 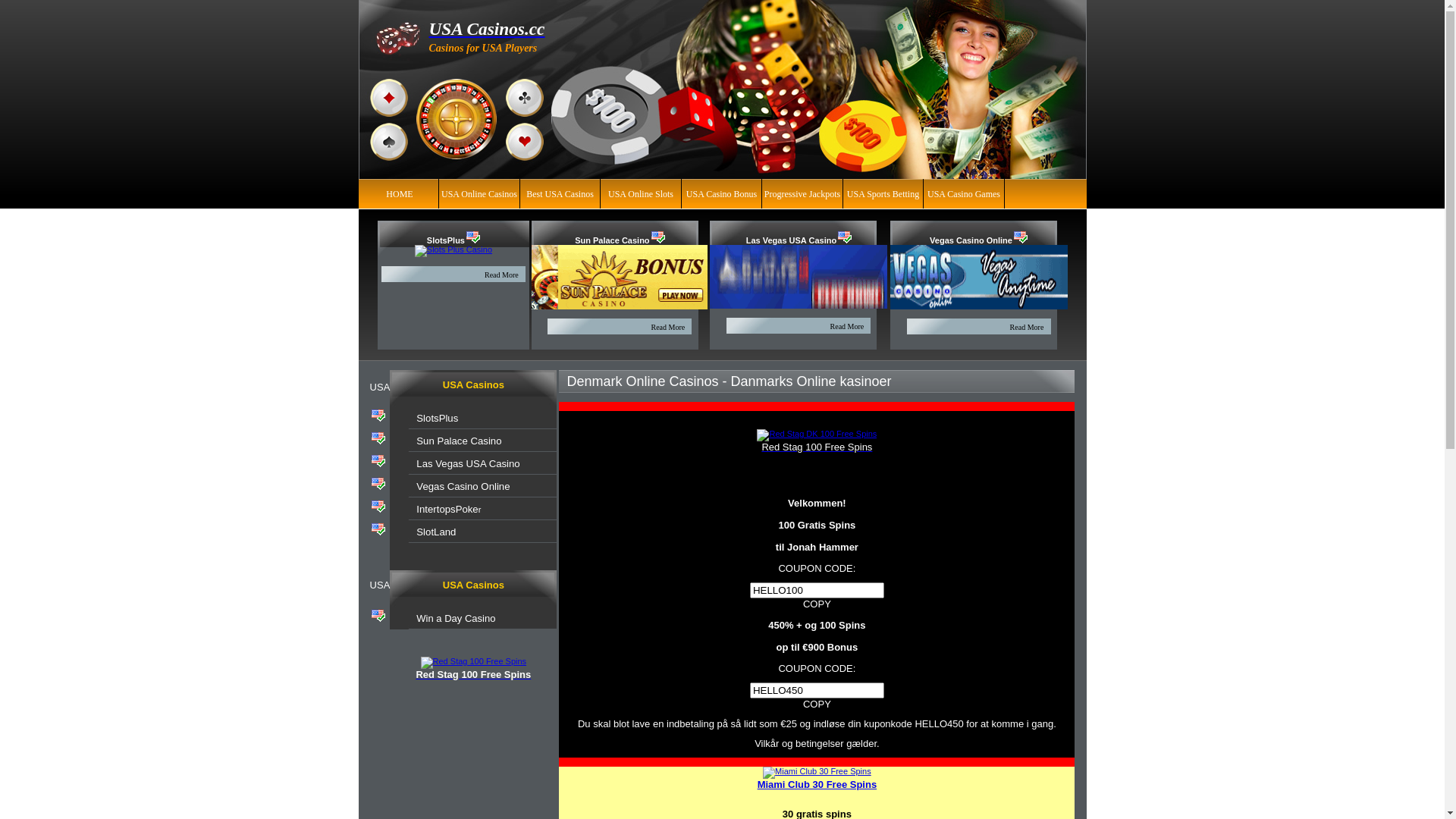 What do you see at coordinates (487, 29) in the screenshot?
I see `'USA Casinos.cc'` at bounding box center [487, 29].